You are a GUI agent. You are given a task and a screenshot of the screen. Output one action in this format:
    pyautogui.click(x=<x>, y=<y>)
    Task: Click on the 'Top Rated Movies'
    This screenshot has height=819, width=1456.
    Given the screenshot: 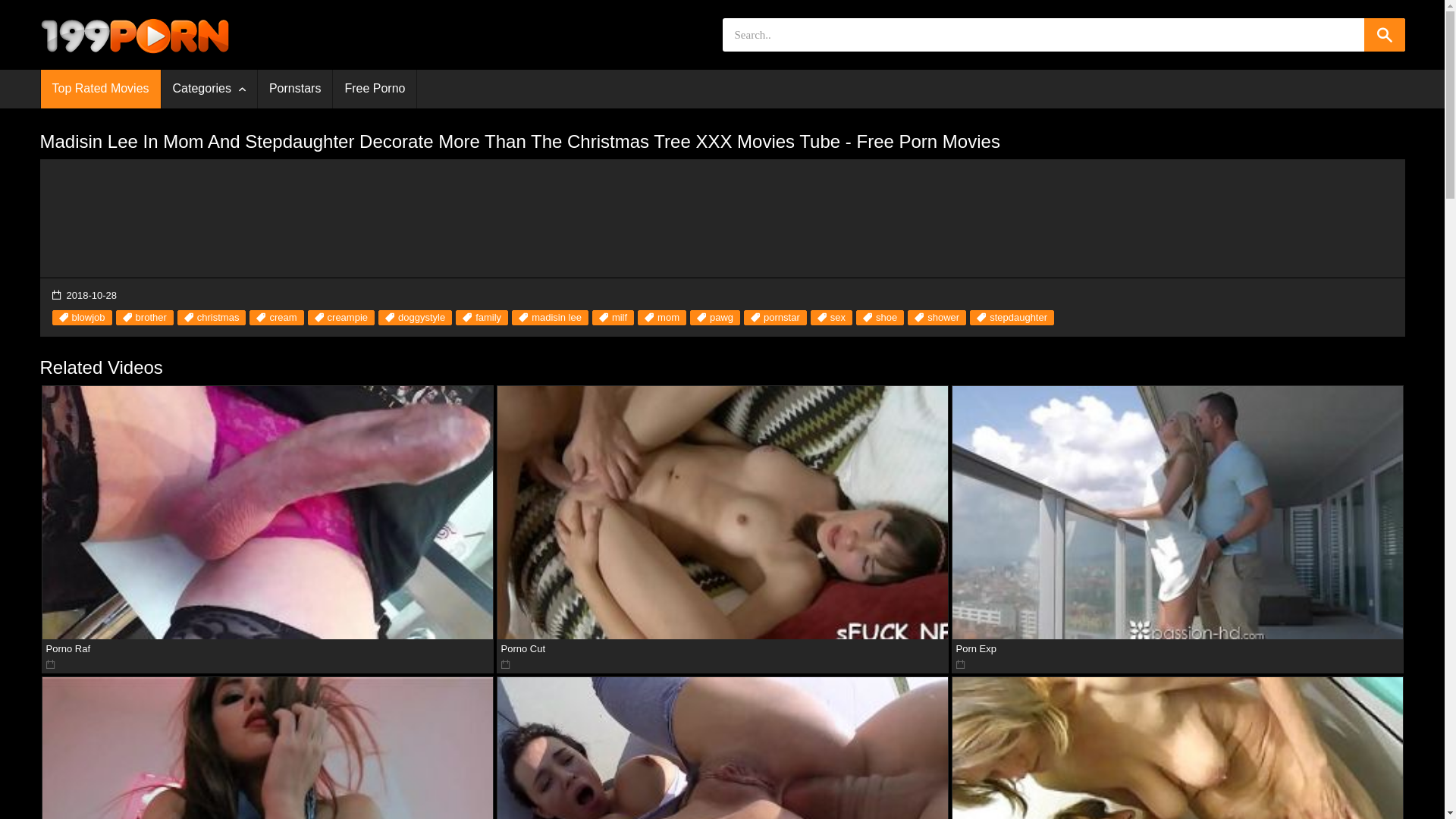 What is the action you would take?
    pyautogui.click(x=100, y=89)
    